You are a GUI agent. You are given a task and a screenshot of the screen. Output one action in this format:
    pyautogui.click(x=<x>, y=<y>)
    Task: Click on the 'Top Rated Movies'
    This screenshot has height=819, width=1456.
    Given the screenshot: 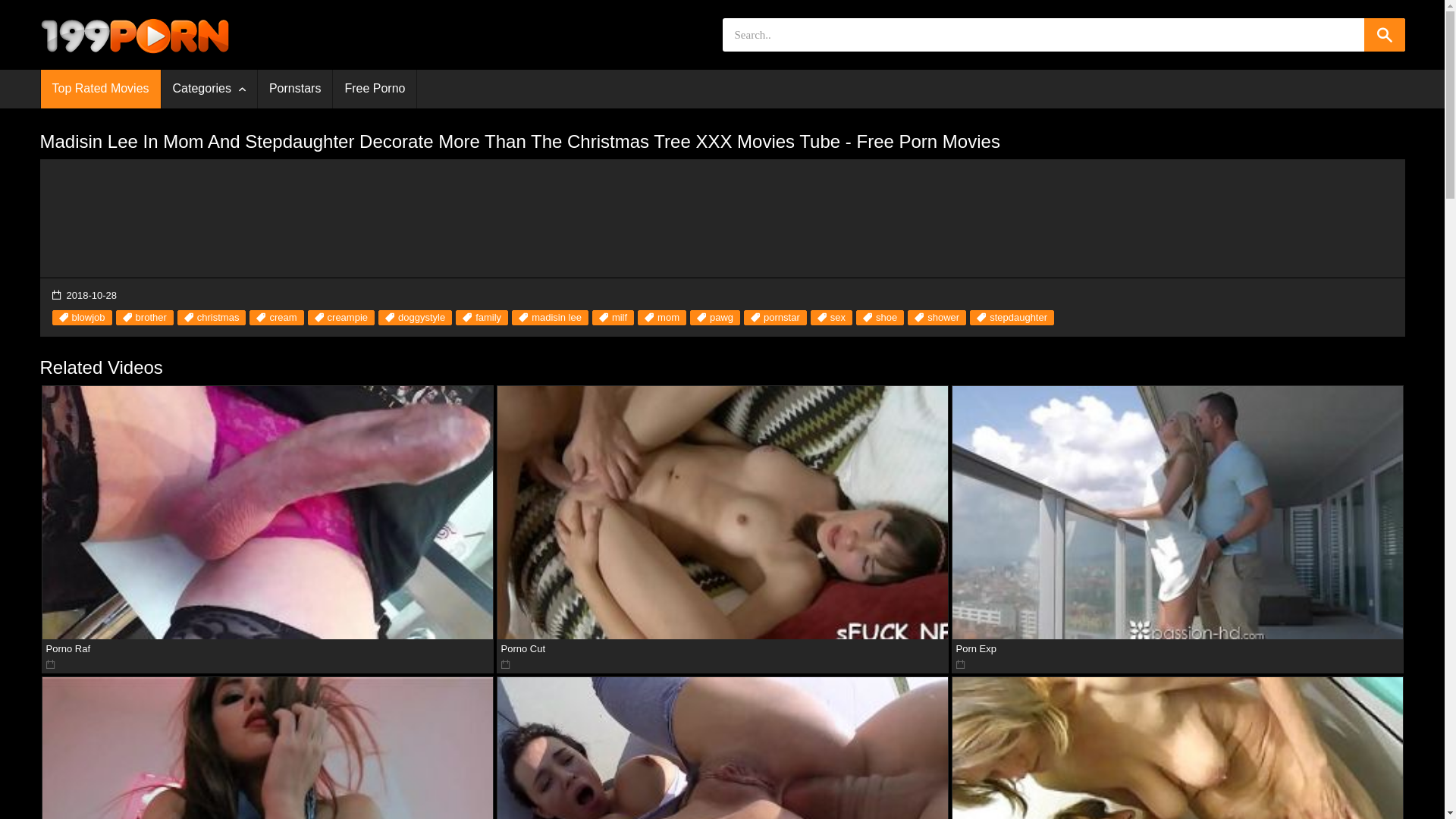 What is the action you would take?
    pyautogui.click(x=100, y=89)
    